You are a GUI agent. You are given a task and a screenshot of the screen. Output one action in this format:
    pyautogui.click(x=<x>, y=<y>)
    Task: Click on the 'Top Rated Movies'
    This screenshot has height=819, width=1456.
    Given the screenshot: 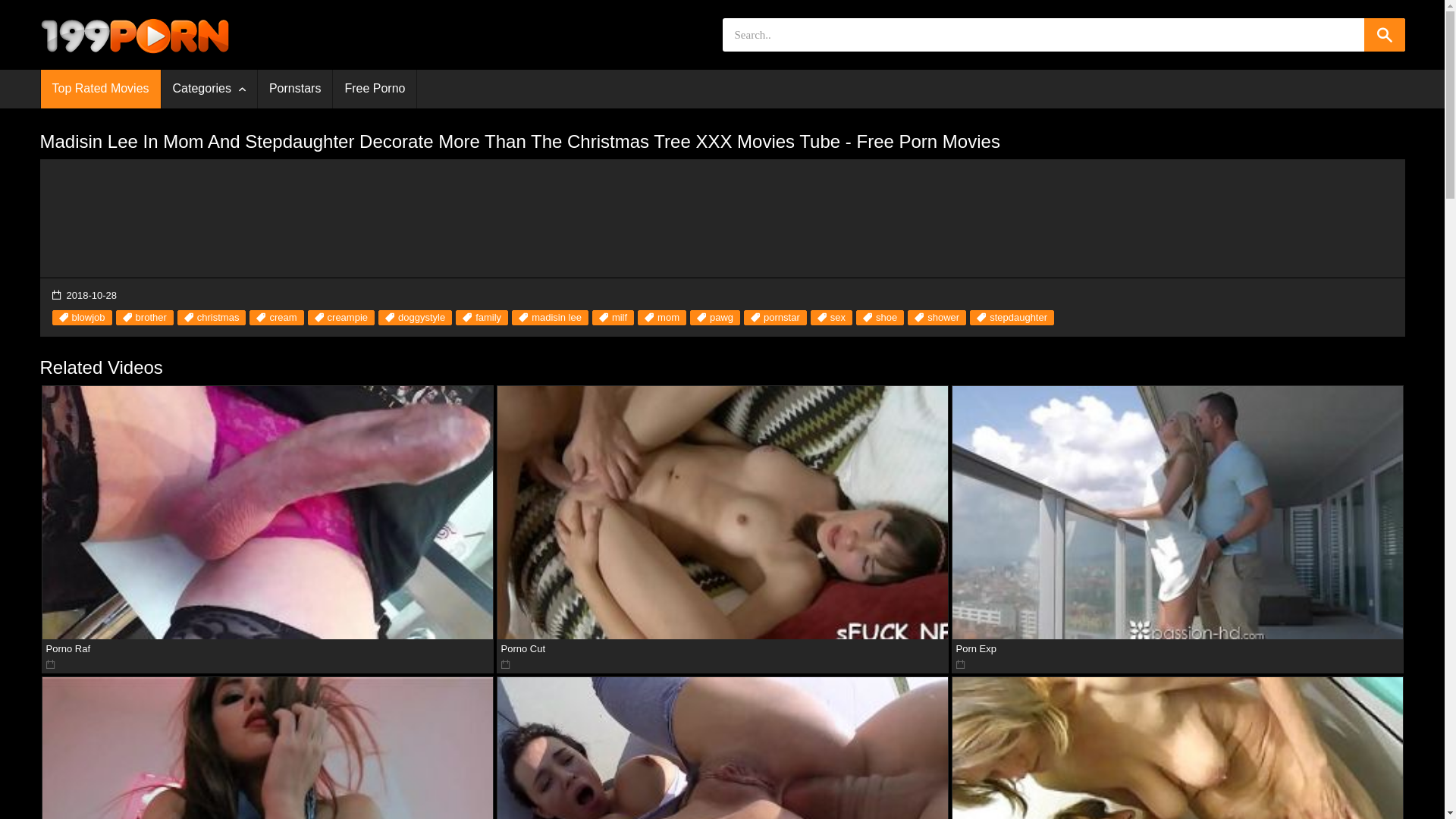 What is the action you would take?
    pyautogui.click(x=100, y=89)
    